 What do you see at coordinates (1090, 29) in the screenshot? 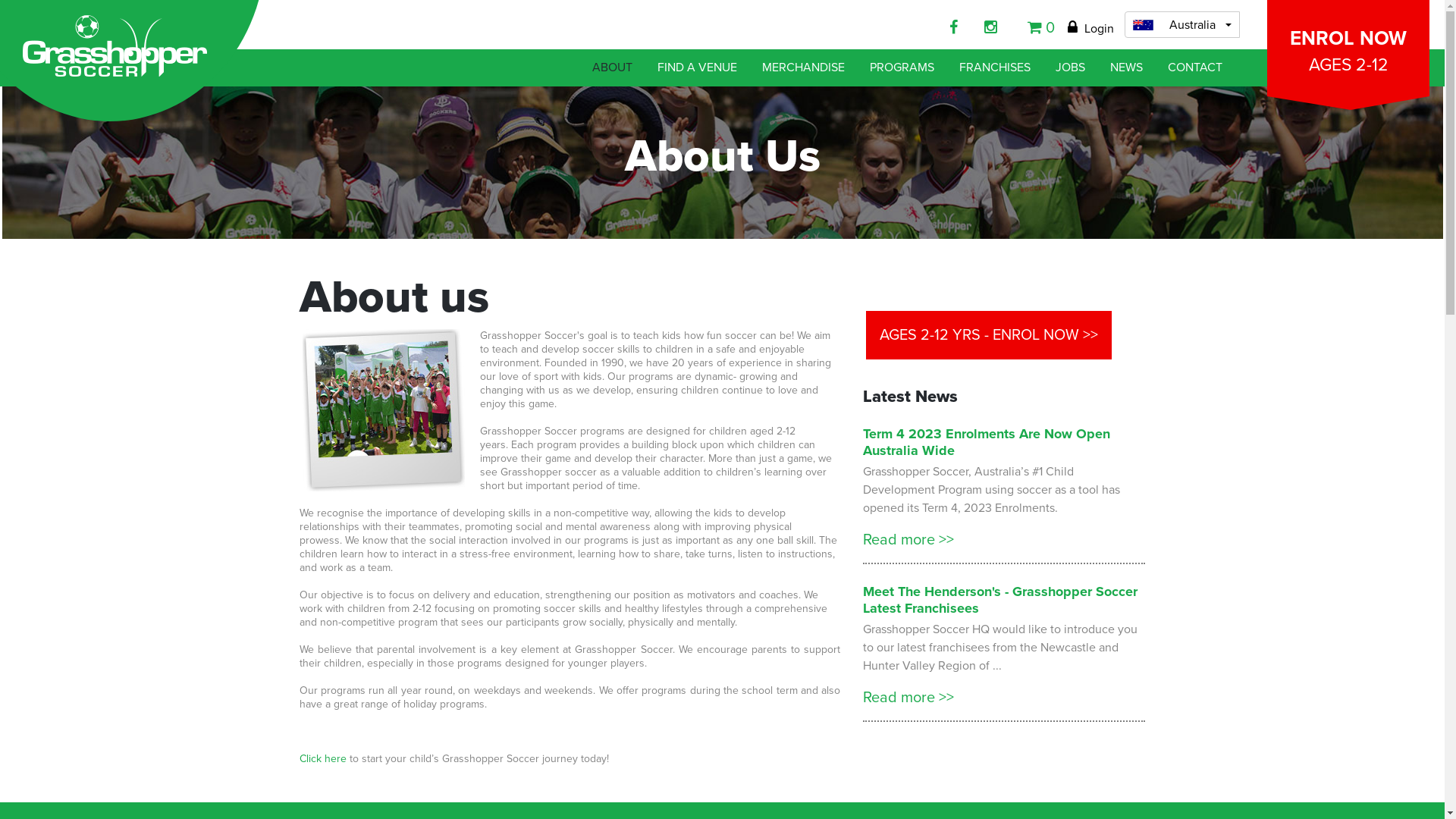
I see `'Login'` at bounding box center [1090, 29].